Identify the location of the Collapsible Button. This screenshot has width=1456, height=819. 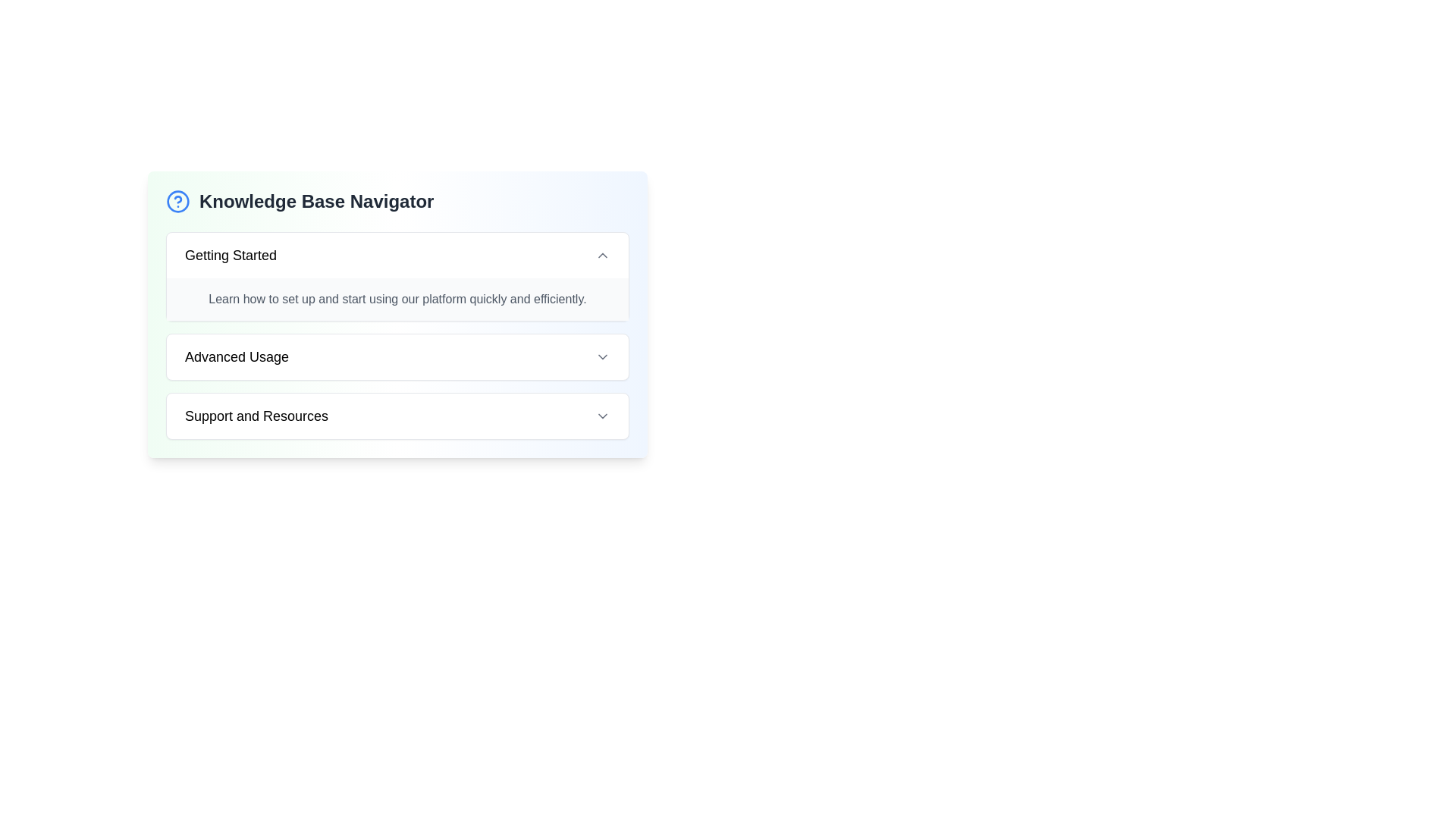
(397, 416).